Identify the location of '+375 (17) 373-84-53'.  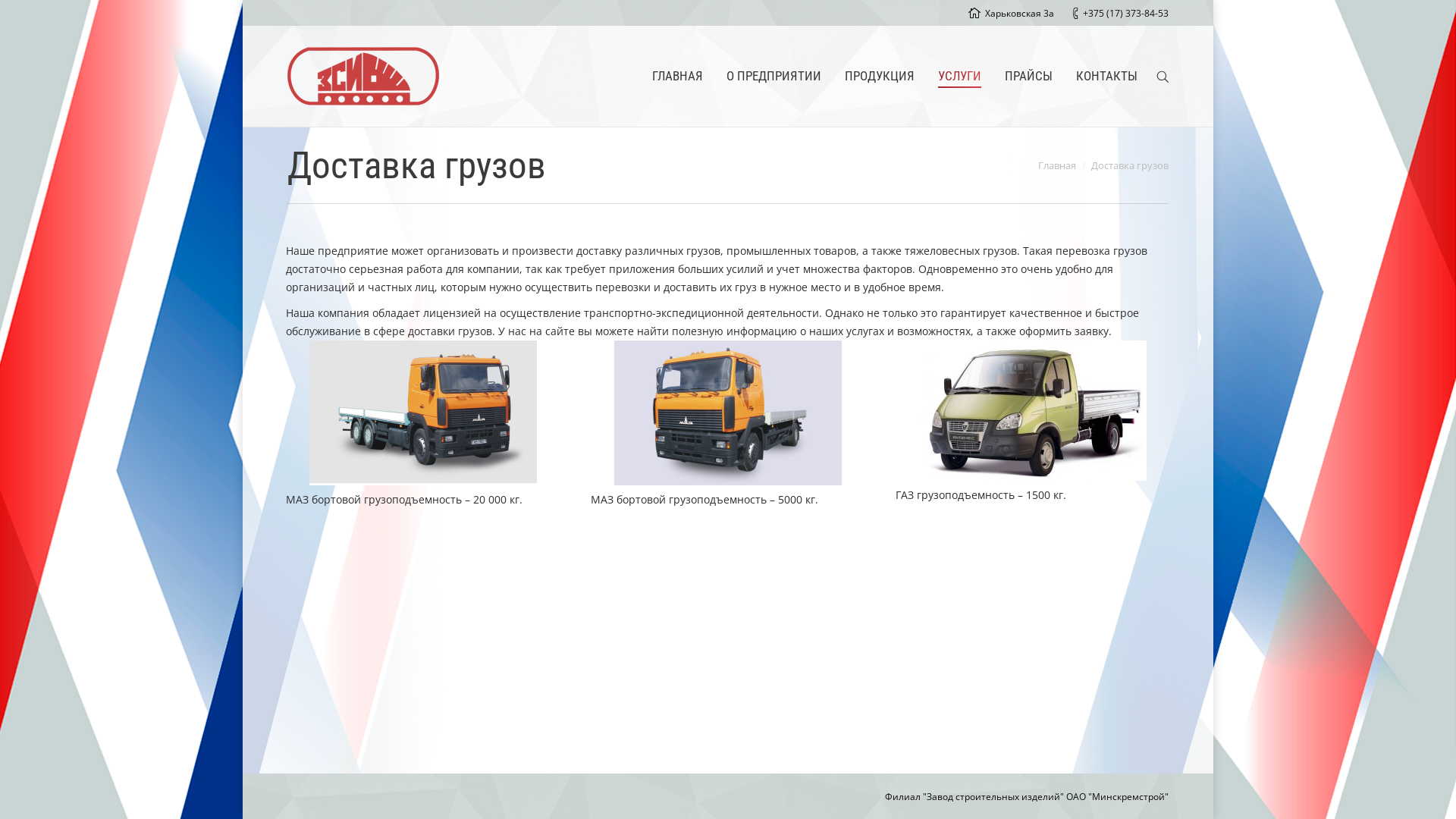
(1082, 13).